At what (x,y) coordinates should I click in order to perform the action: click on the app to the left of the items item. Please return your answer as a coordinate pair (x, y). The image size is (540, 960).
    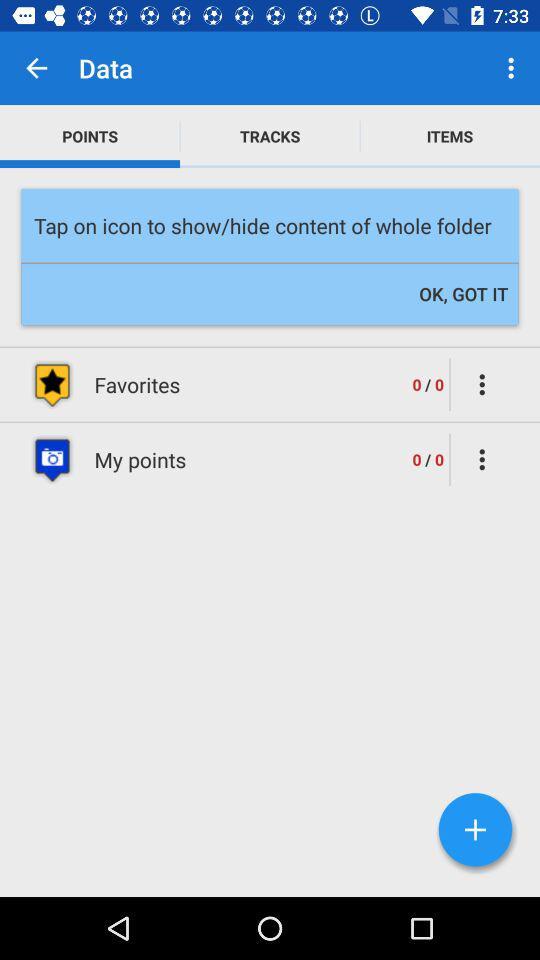
    Looking at the image, I should click on (270, 135).